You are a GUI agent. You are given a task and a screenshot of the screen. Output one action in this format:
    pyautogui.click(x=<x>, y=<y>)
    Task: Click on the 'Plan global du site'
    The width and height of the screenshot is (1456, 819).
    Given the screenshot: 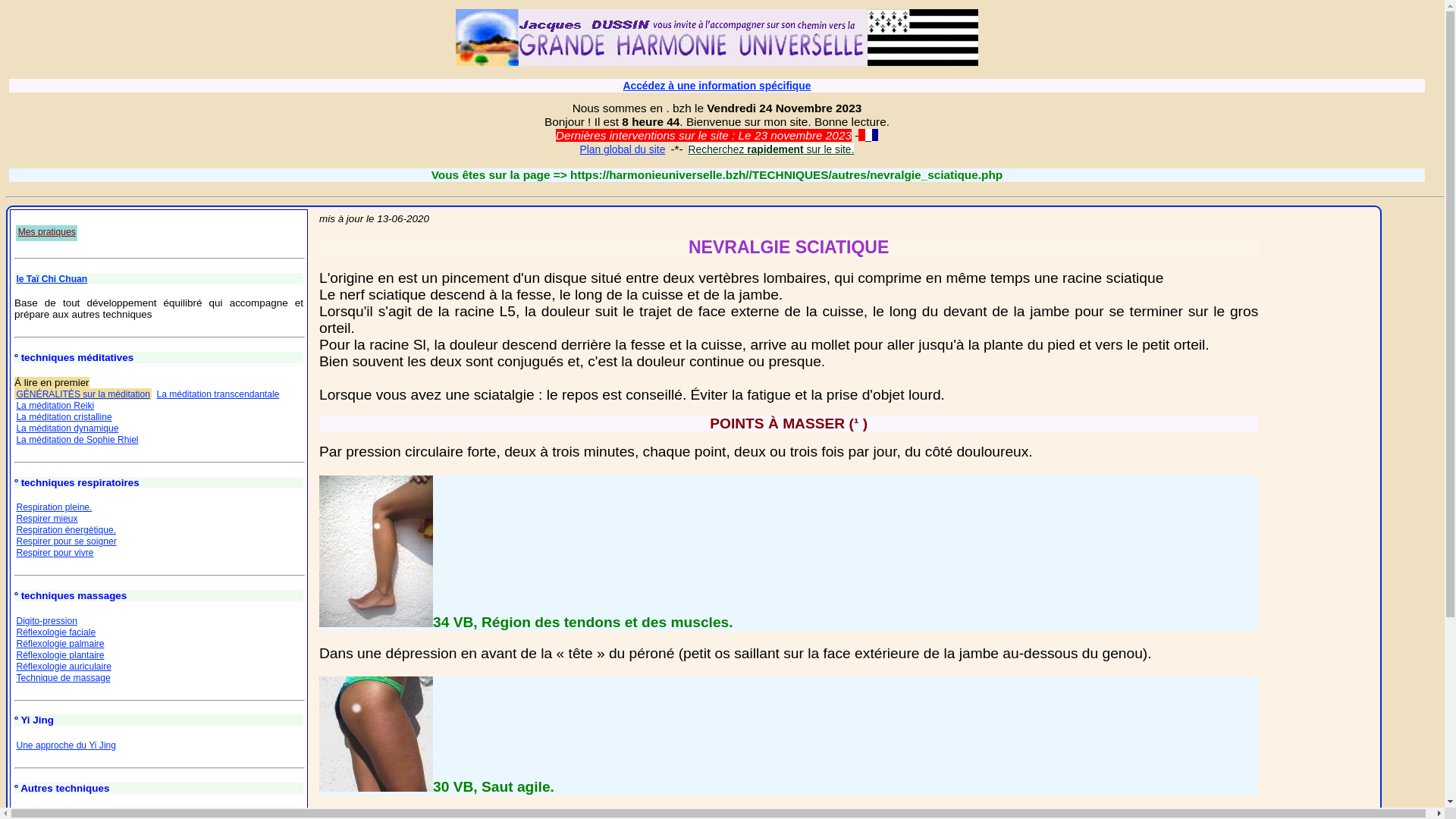 What is the action you would take?
    pyautogui.click(x=578, y=149)
    